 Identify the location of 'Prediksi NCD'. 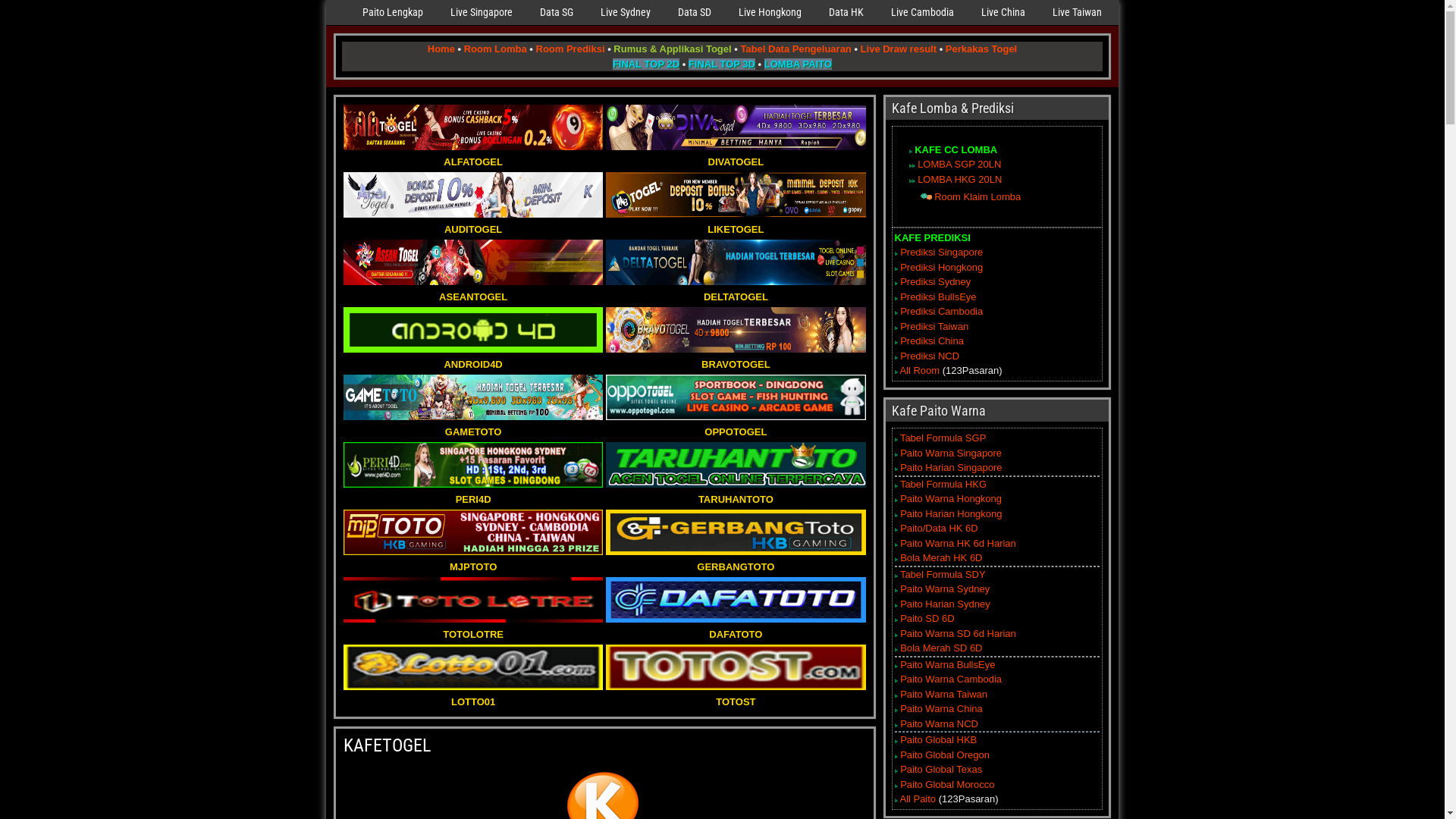
(899, 356).